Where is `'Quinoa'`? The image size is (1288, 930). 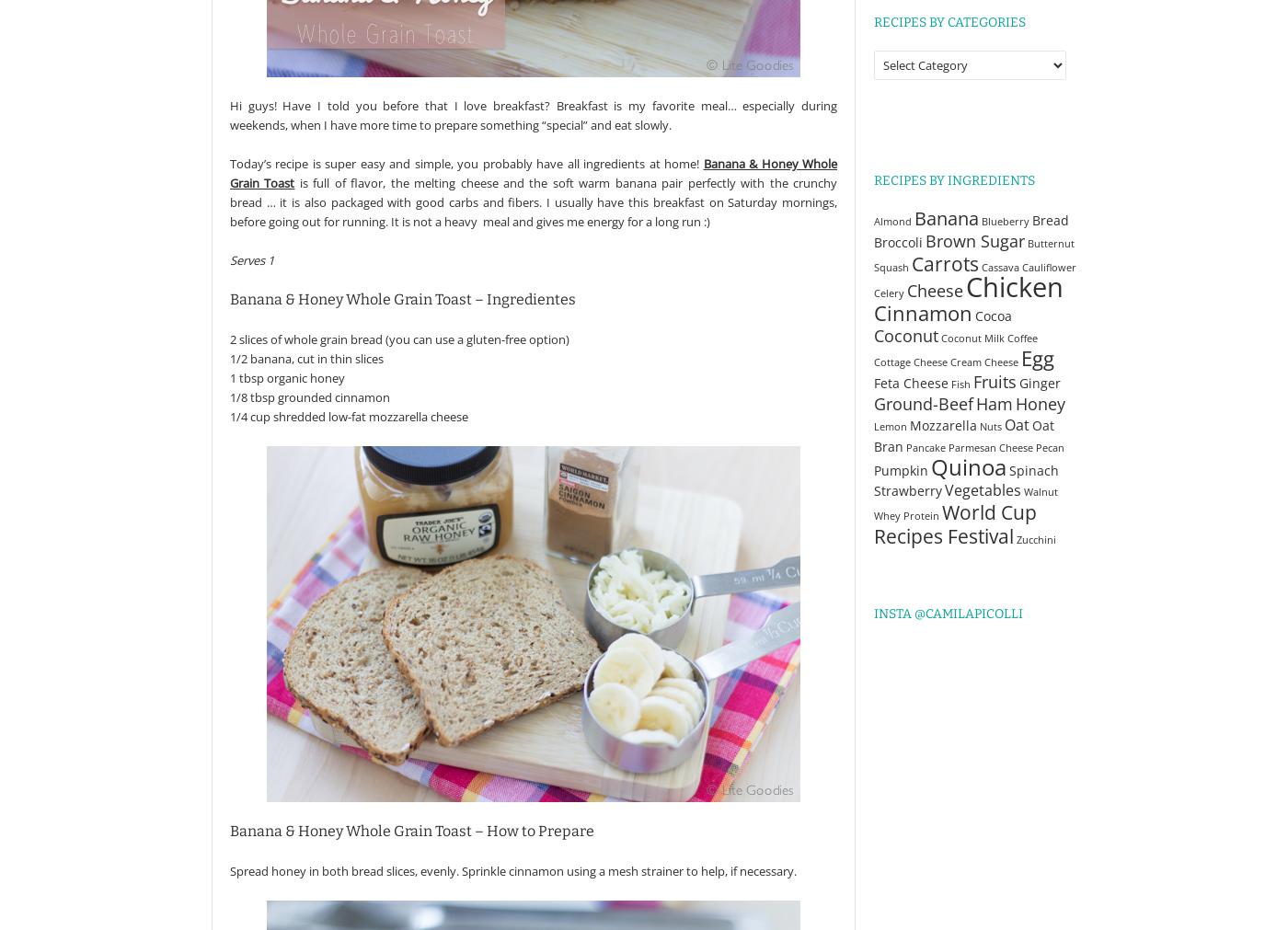
'Quinoa' is located at coordinates (968, 467).